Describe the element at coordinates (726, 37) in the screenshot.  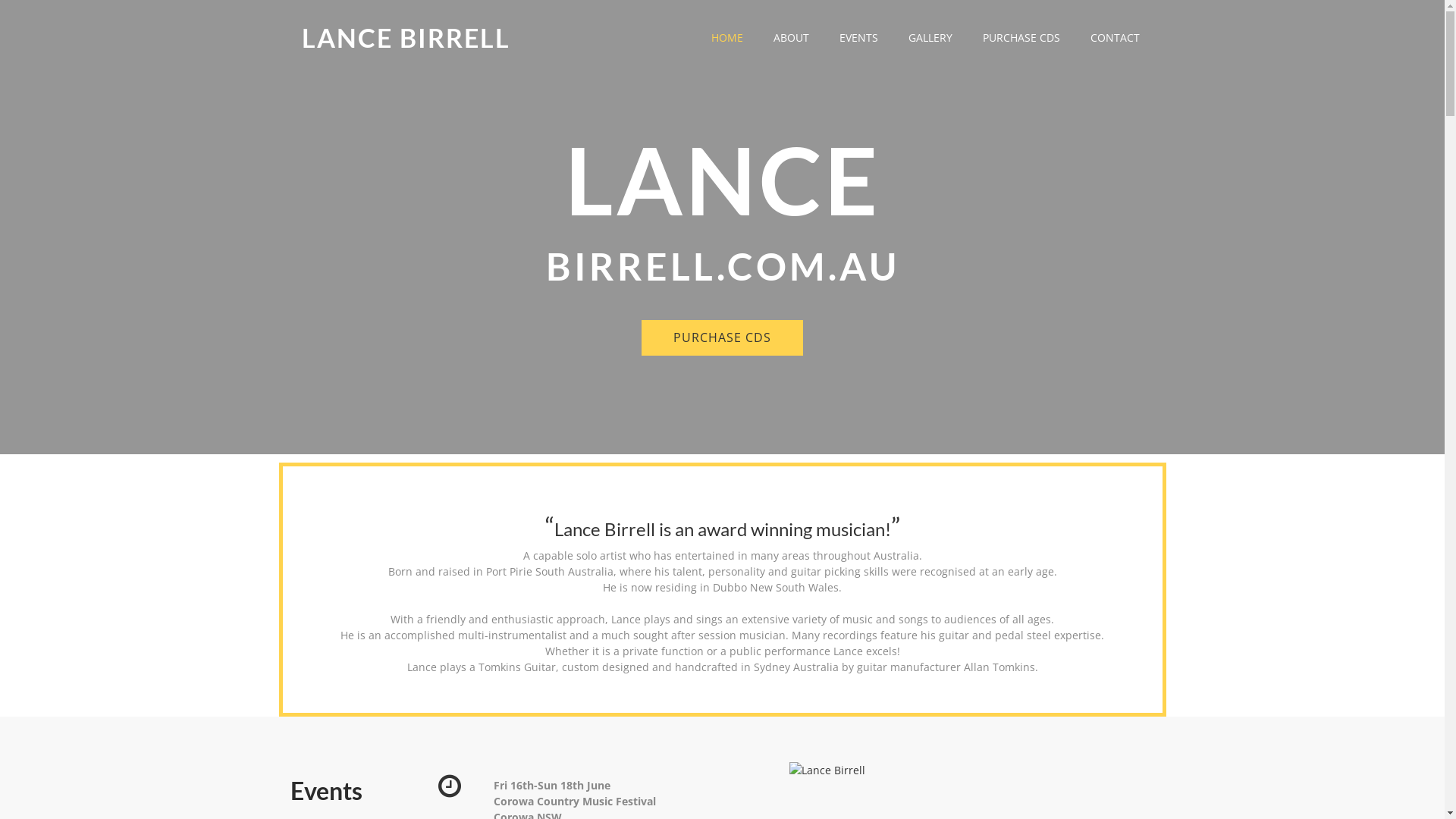
I see `'HOME'` at that location.